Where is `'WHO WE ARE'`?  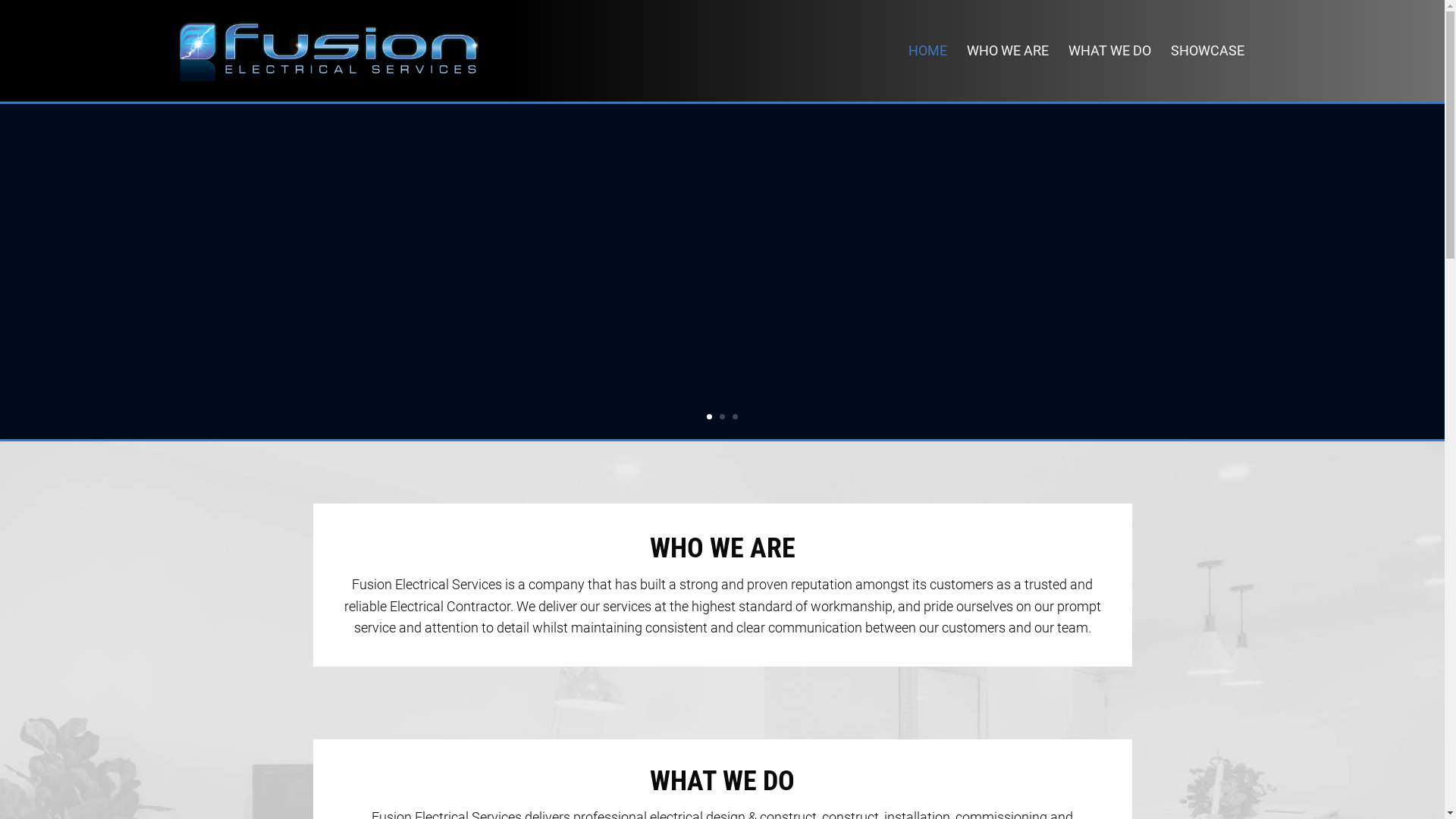 'WHO WE ARE' is located at coordinates (1007, 73).